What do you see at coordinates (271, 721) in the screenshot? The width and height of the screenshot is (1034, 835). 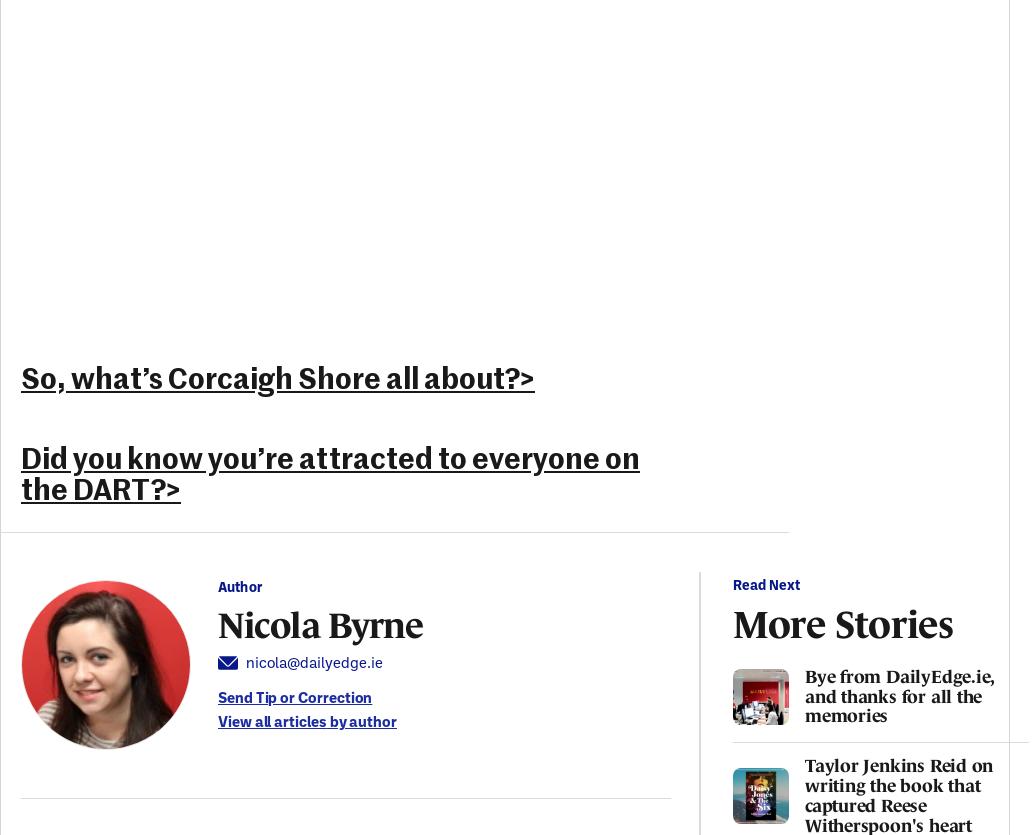 I see `'View all articles'` at bounding box center [271, 721].